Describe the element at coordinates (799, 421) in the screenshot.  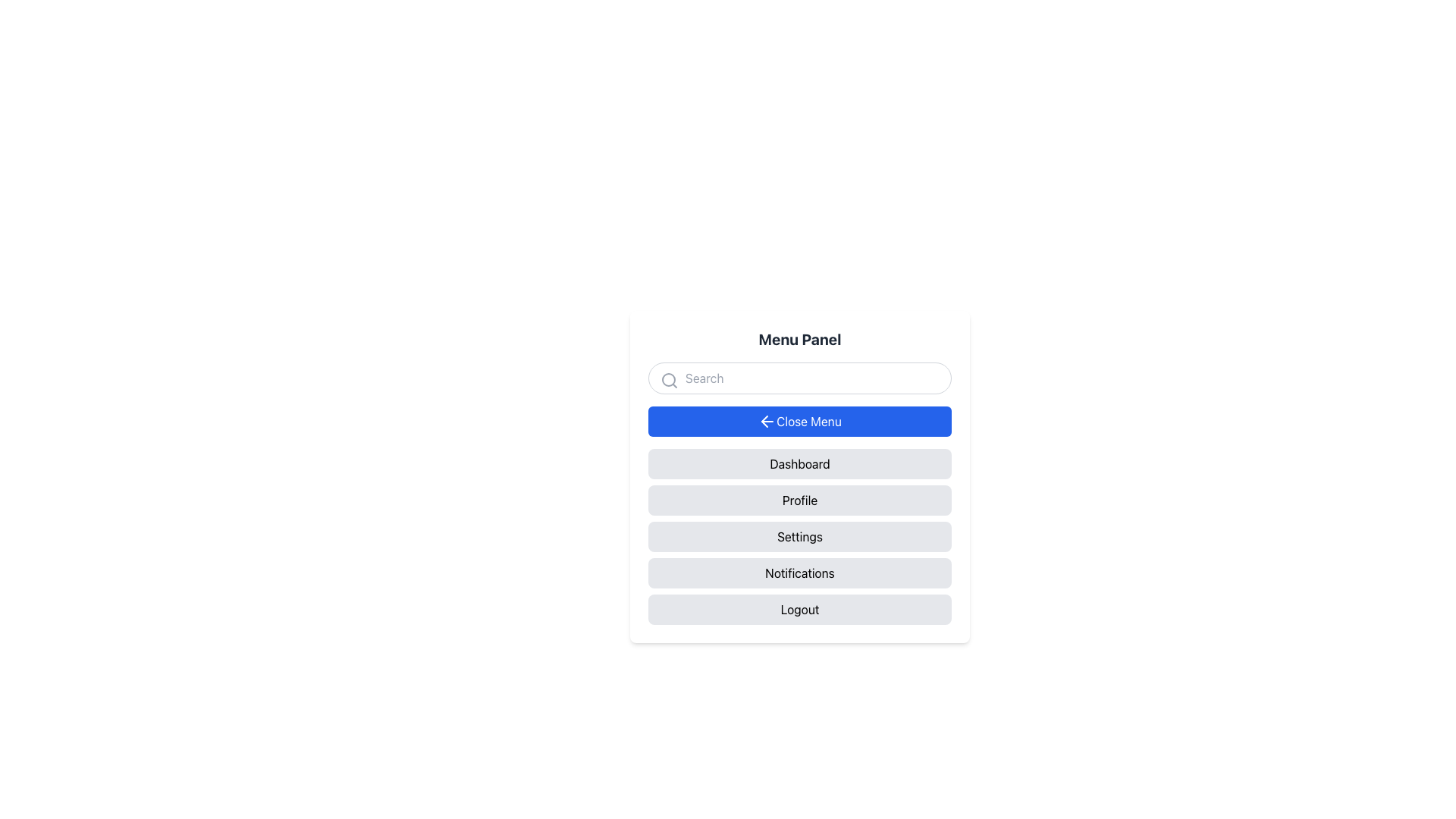
I see `the 'Close Menu' button with a blue background and white text, located below the search bar in the Menu Panel` at that location.